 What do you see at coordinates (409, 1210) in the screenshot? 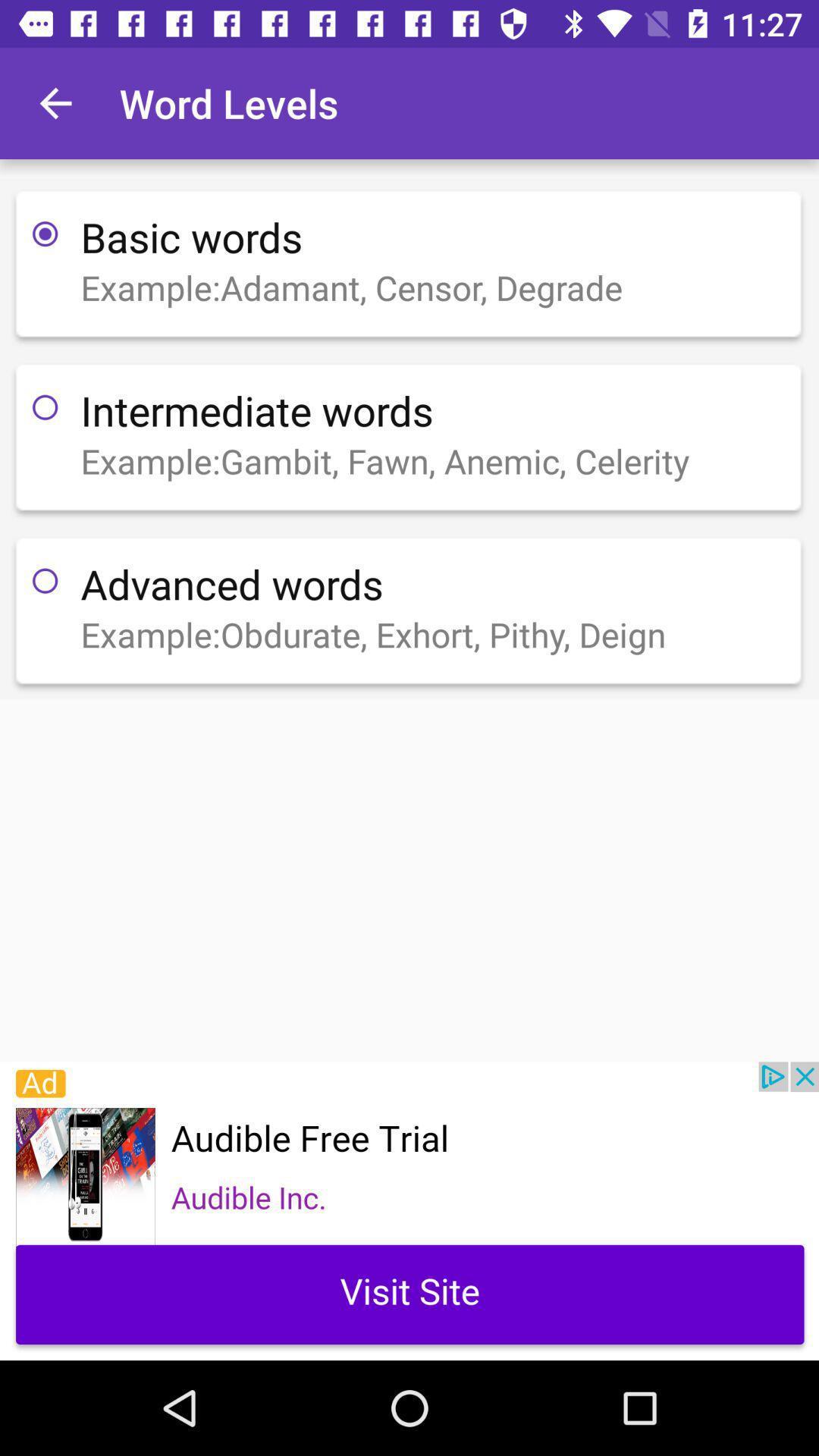
I see `advertisement page` at bounding box center [409, 1210].